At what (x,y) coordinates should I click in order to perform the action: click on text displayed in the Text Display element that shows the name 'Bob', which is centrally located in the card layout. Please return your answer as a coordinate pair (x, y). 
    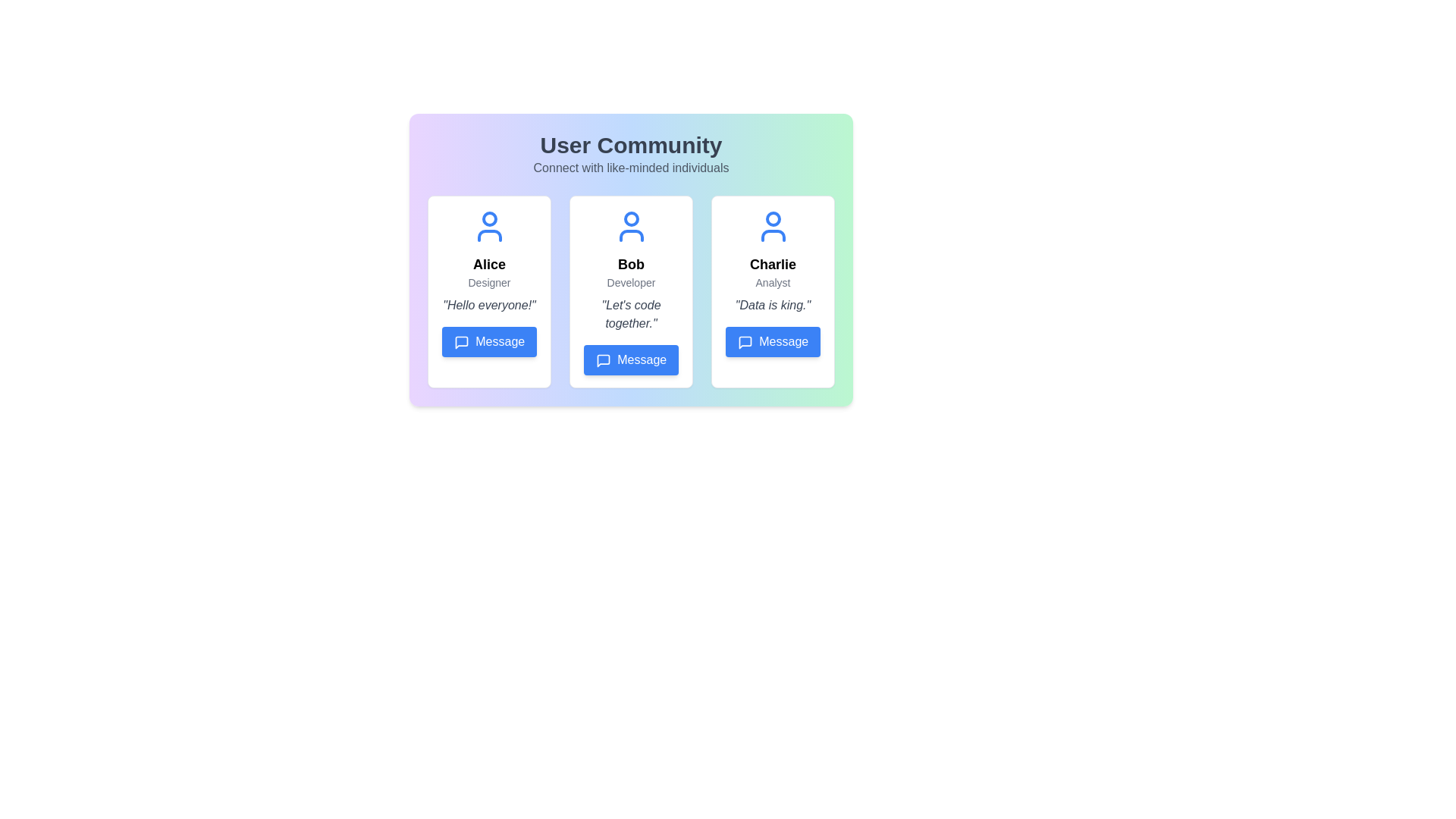
    Looking at the image, I should click on (631, 263).